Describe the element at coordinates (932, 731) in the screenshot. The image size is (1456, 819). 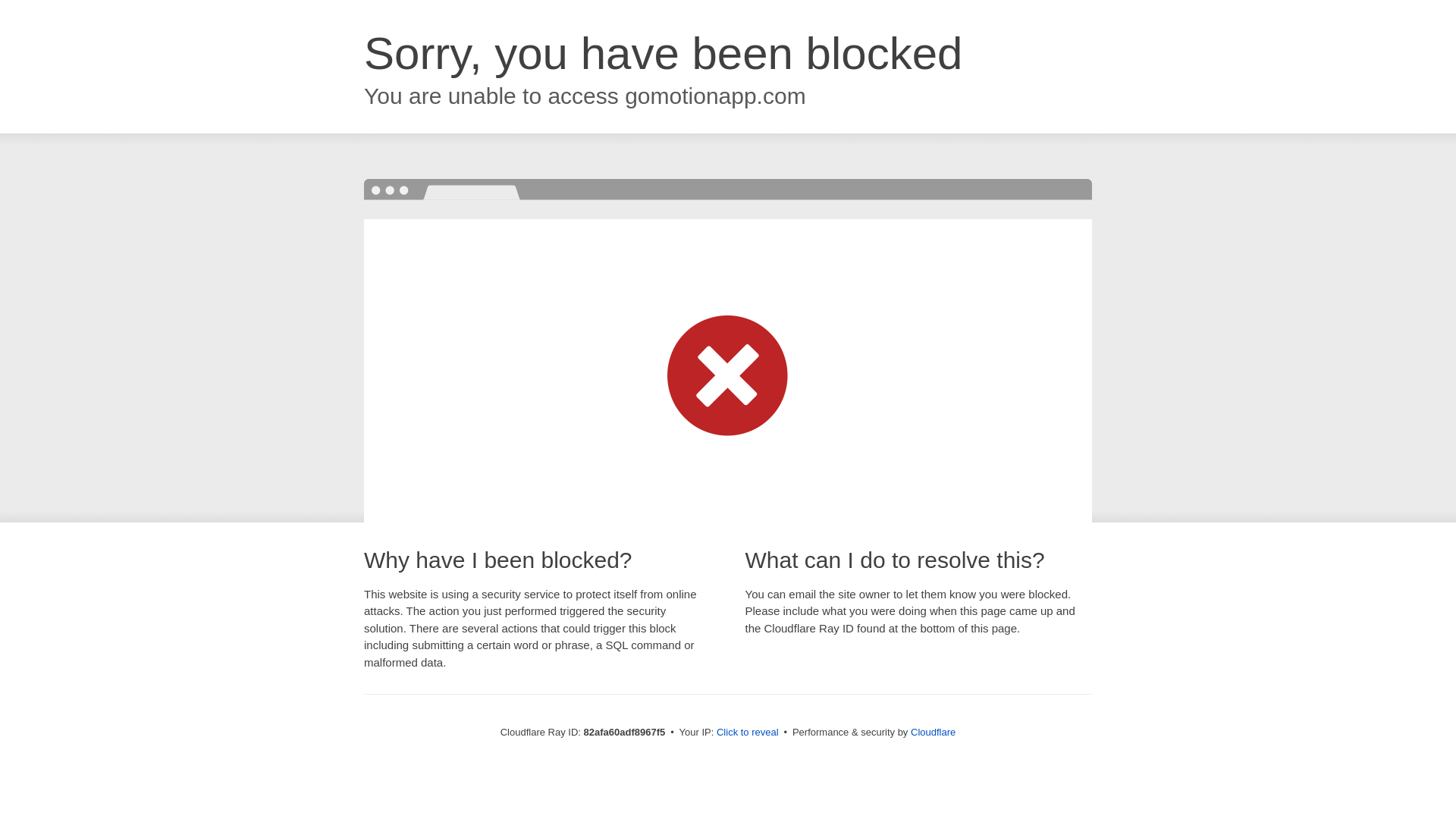
I see `'Cloudflare'` at that location.